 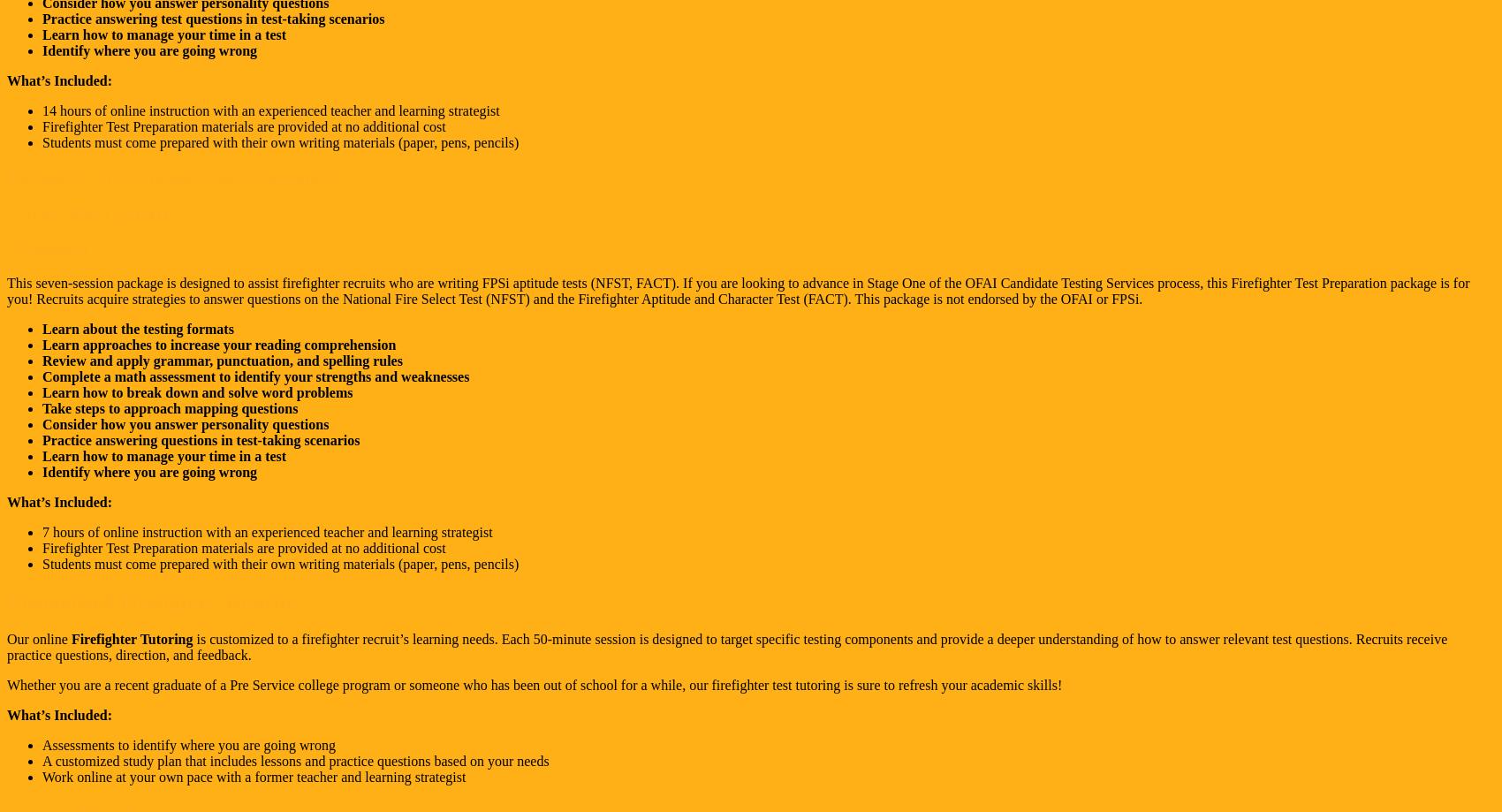 I want to click on 'Our online', so click(x=36, y=638).